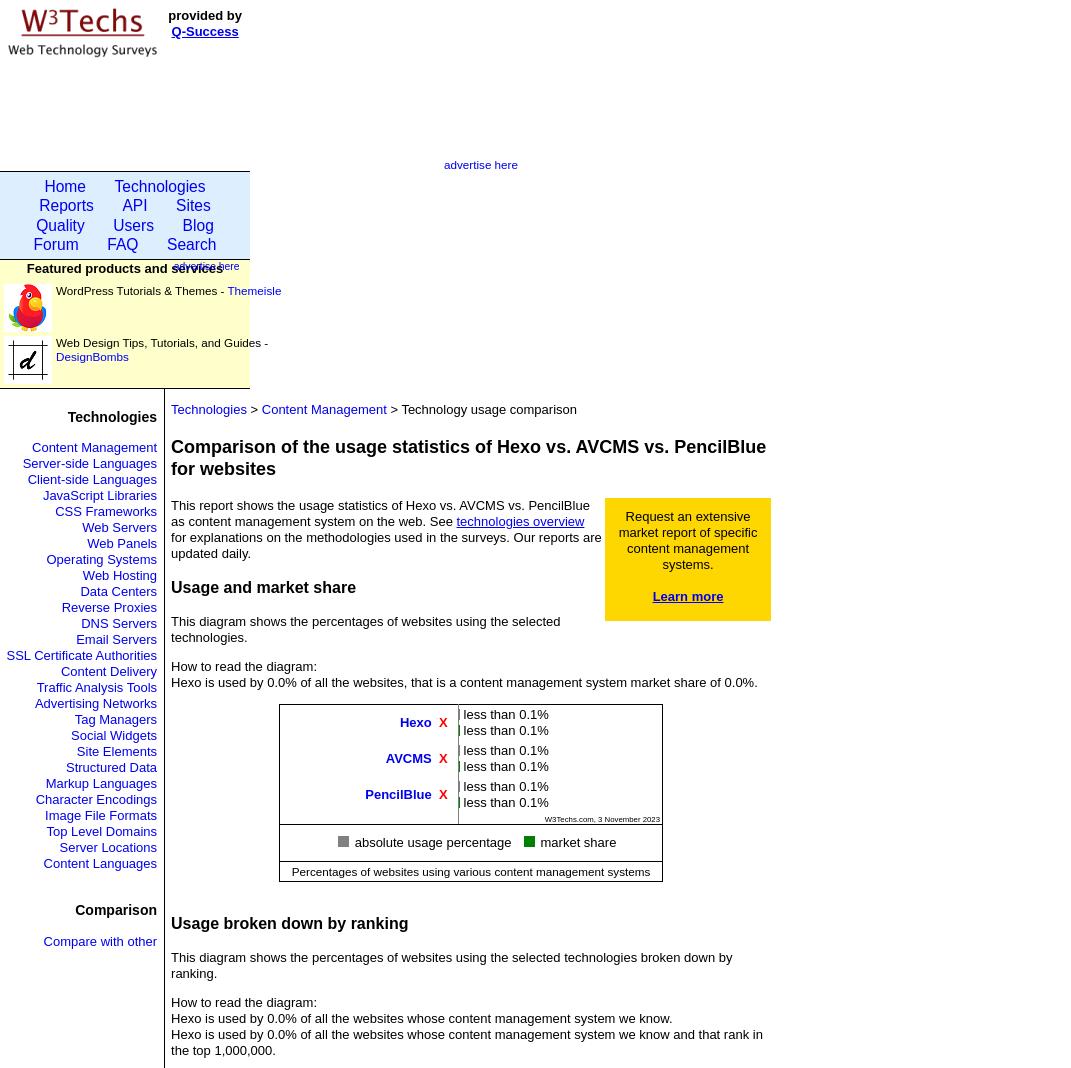 The width and height of the screenshot is (1071, 1068). I want to click on 'Operating Systems', so click(45, 558).